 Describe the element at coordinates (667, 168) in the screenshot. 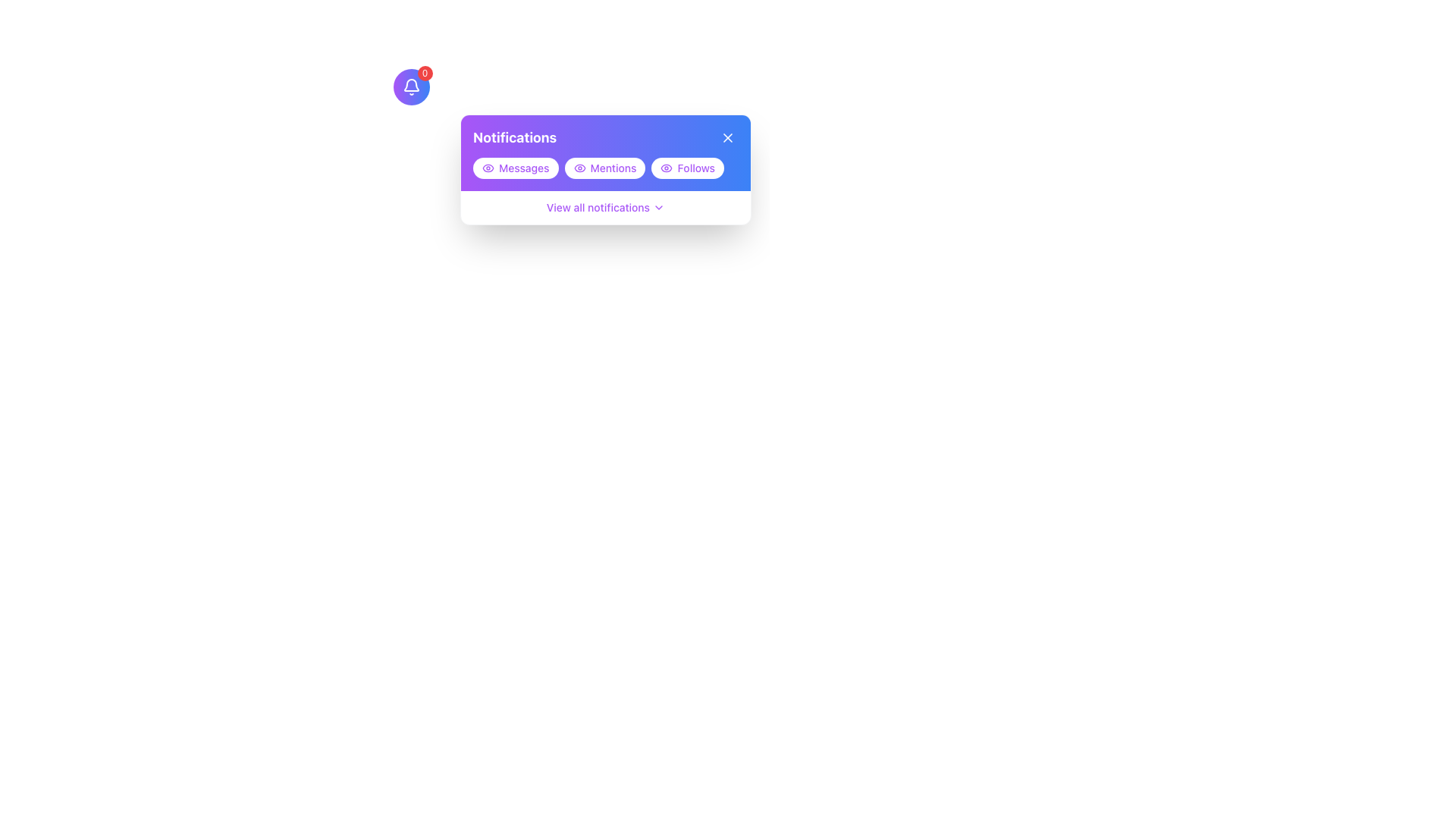

I see `the eye-shaped icon with a purple border, located to the left of the 'Follows' text label` at that location.